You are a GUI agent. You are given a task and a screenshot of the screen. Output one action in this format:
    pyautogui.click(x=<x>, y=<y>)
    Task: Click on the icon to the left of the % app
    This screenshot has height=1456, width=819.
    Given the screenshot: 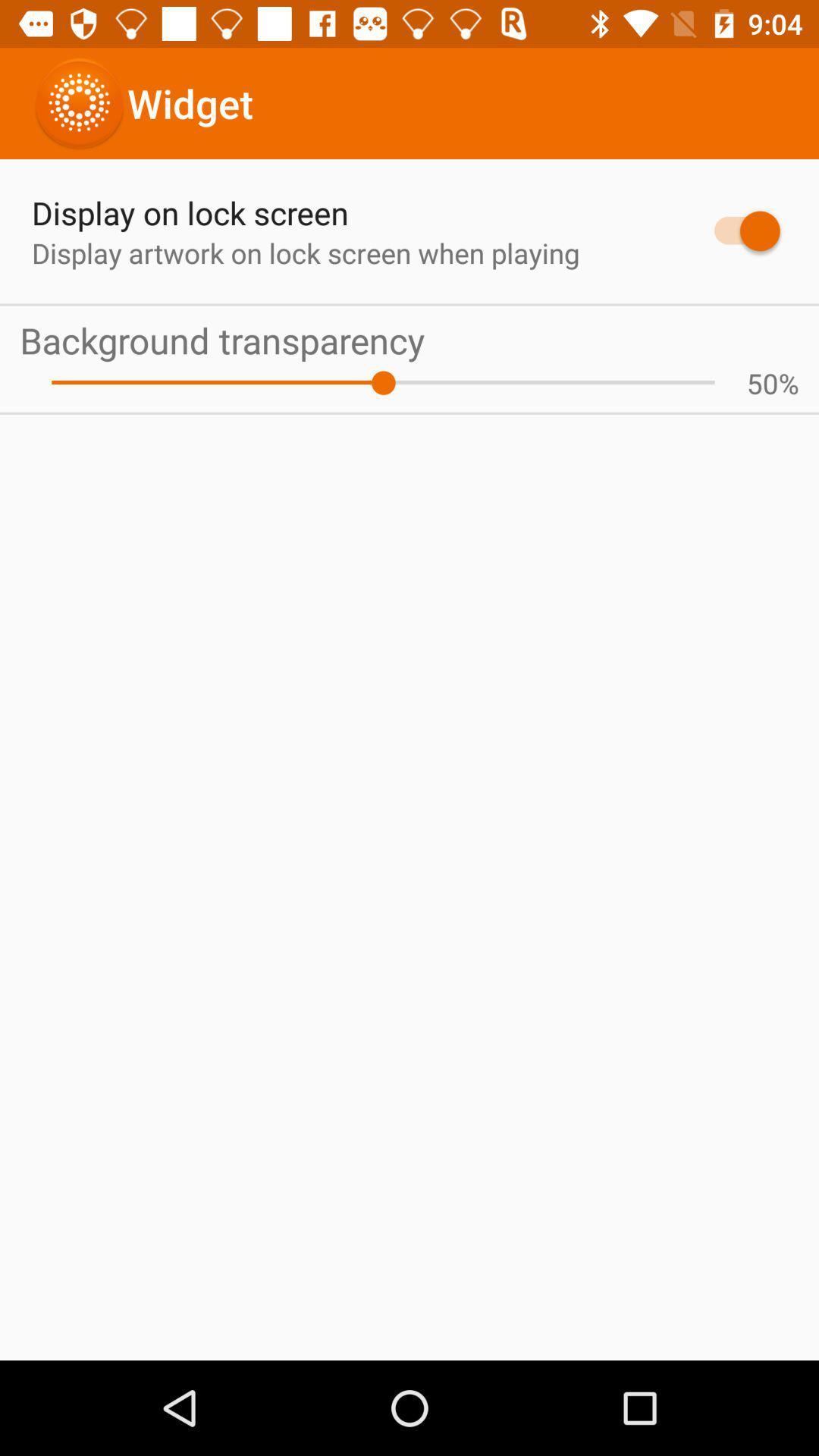 What is the action you would take?
    pyautogui.click(x=762, y=383)
    